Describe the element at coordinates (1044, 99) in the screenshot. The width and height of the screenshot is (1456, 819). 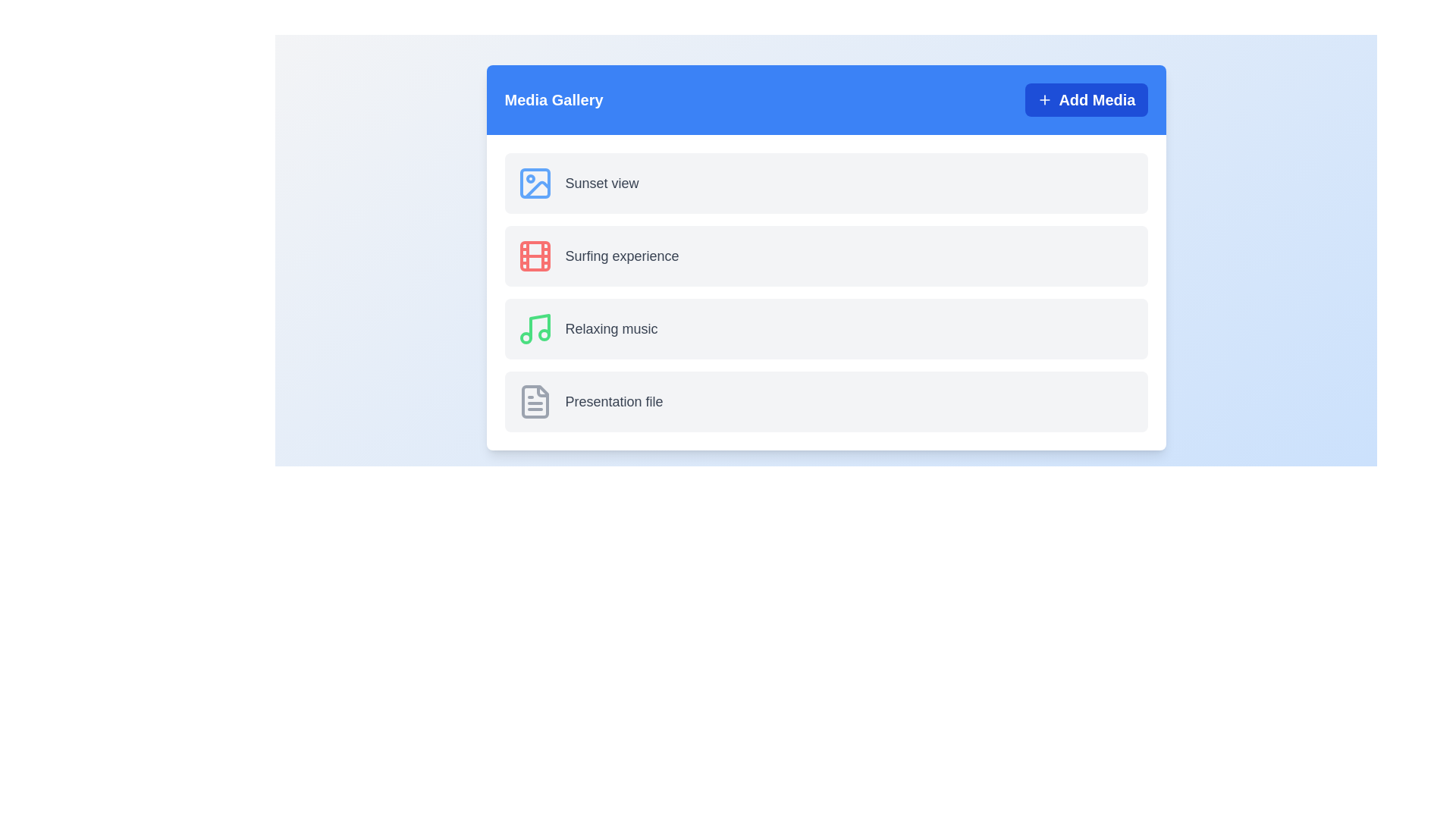
I see `the plus icon located at the top-right corner of the interface, which signifies an addition action related to media upload` at that location.